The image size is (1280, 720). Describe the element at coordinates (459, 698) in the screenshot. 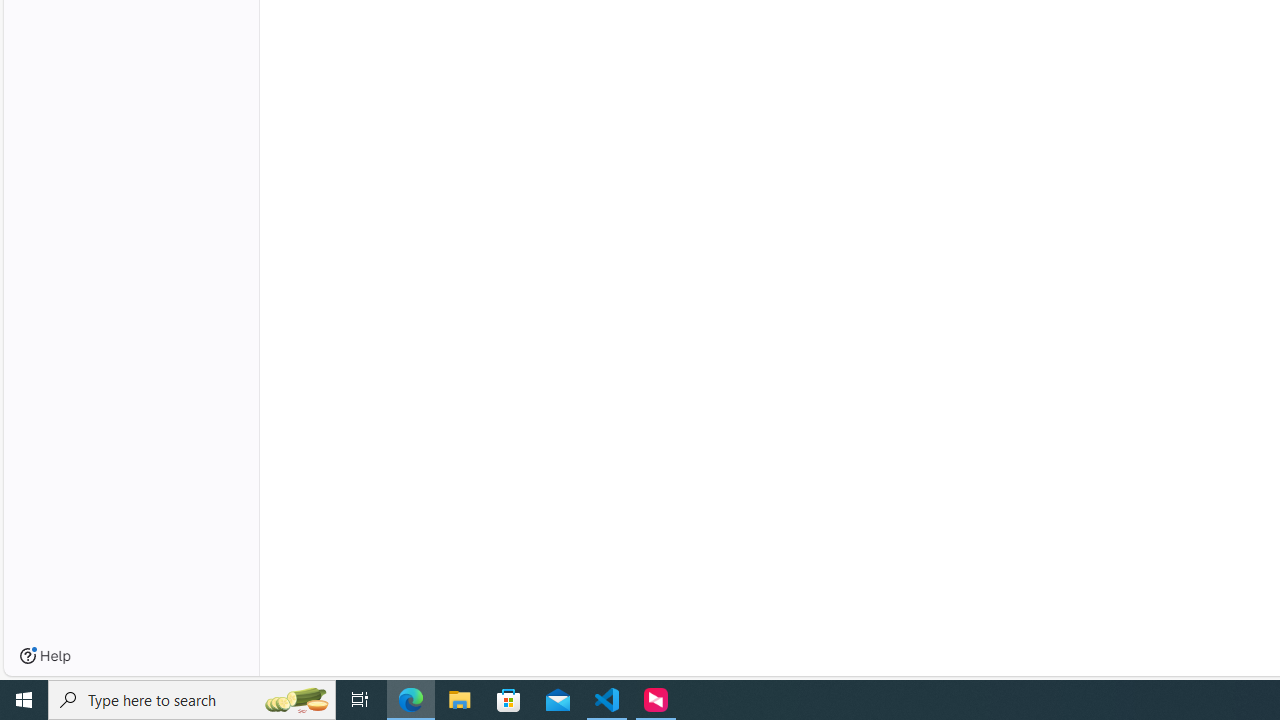

I see `'File Explorer'` at that location.